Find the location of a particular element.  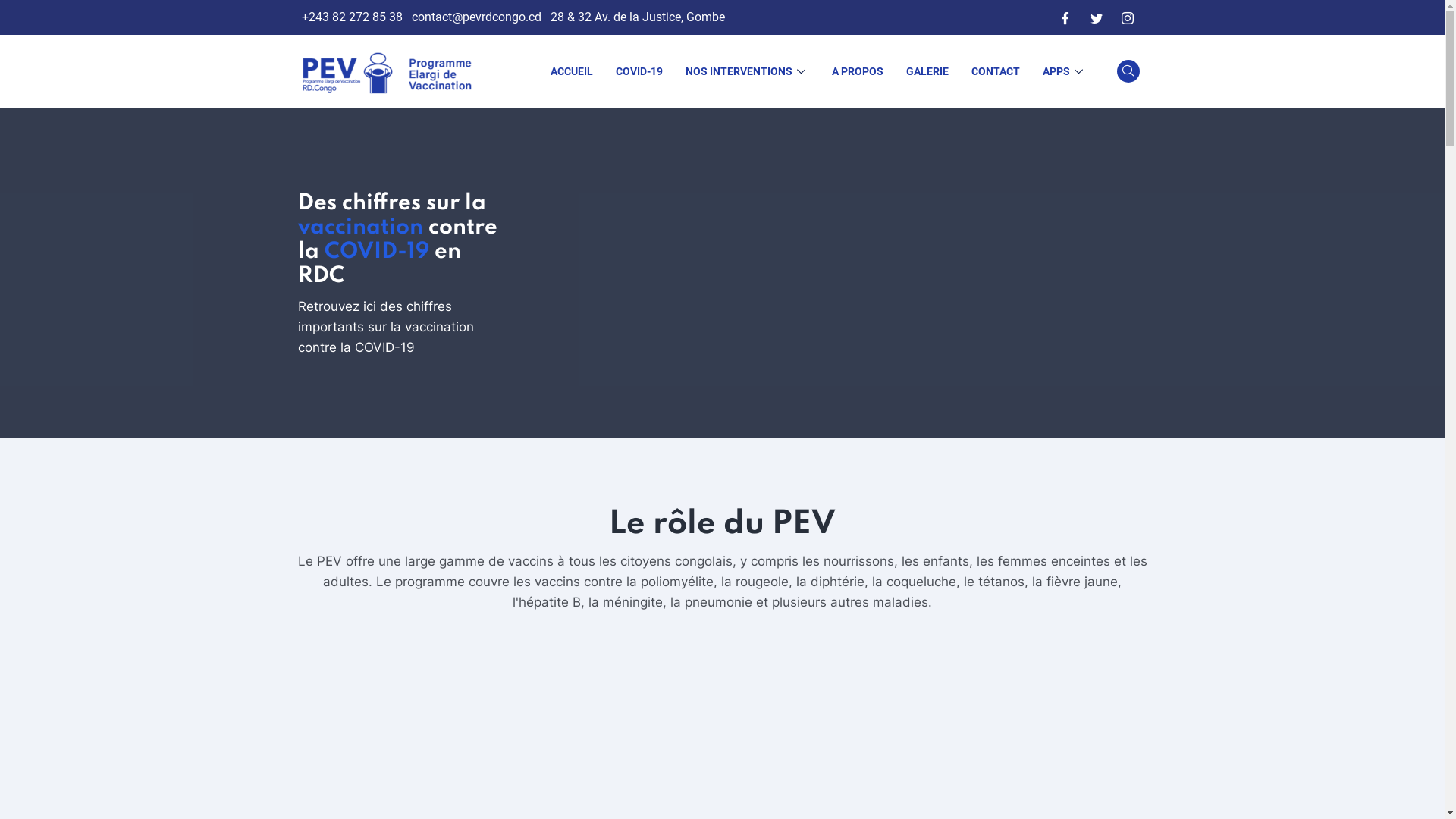

'A PROPOS' is located at coordinates (858, 71).